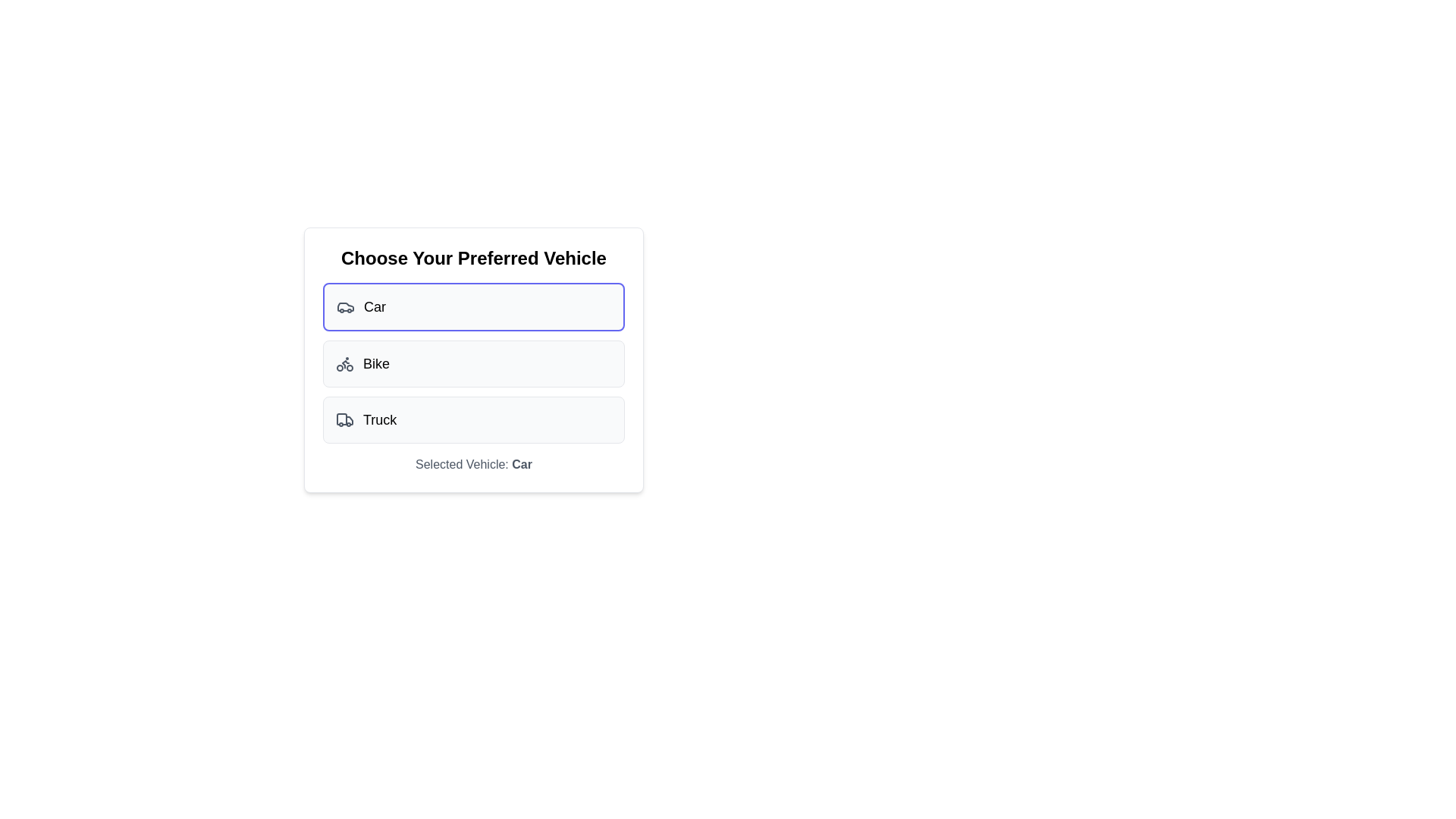  I want to click on the text label displaying the word 'Bike' in a bold font, located in the second option of a vertical selection menu, so click(376, 363).